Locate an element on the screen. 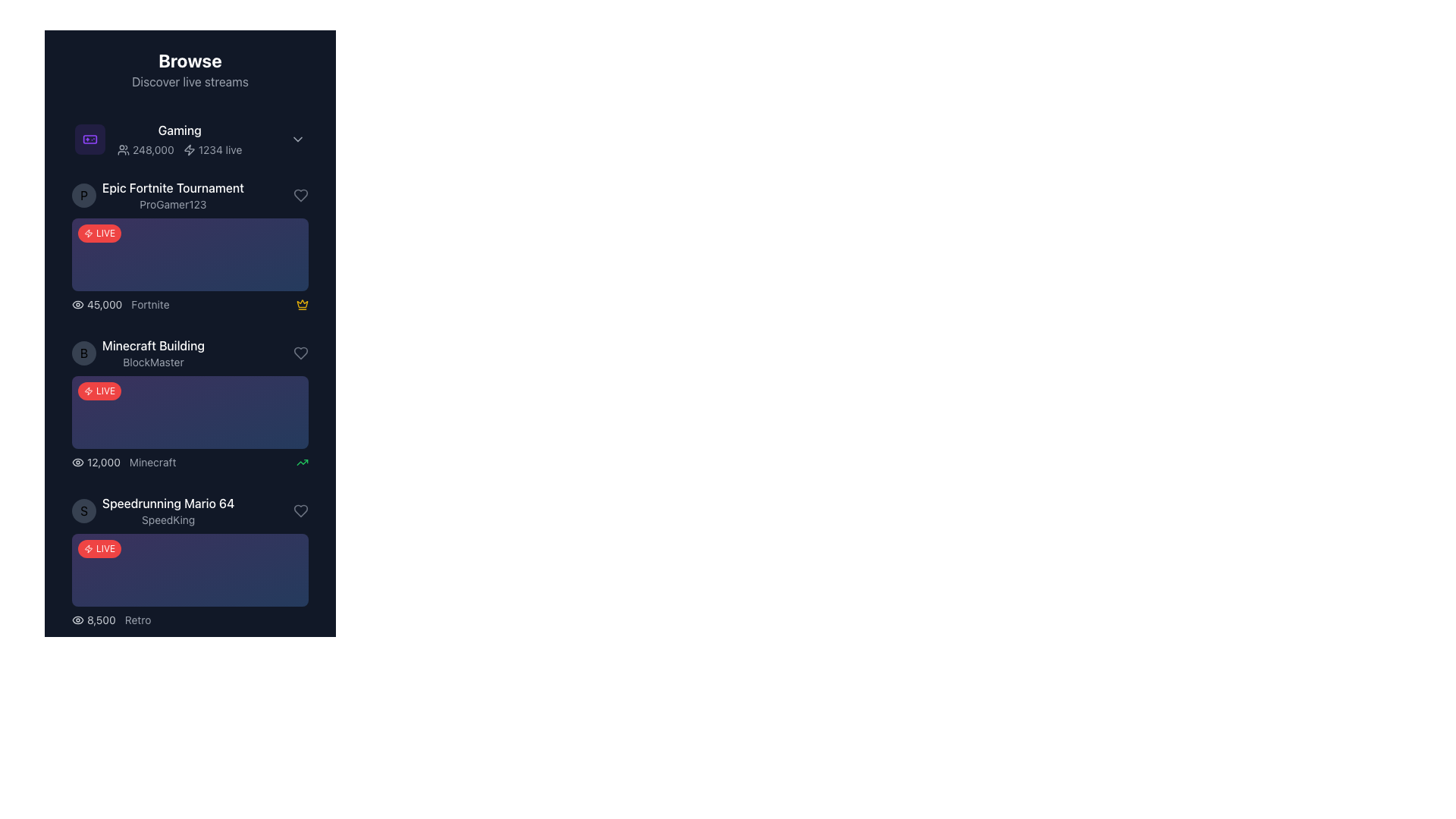 This screenshot has height=819, width=1456. the text label displaying 'Minecraft' in light gray font, located to the right of the viewer count and an eye icon, within a live stream entry row is located at coordinates (152, 461).